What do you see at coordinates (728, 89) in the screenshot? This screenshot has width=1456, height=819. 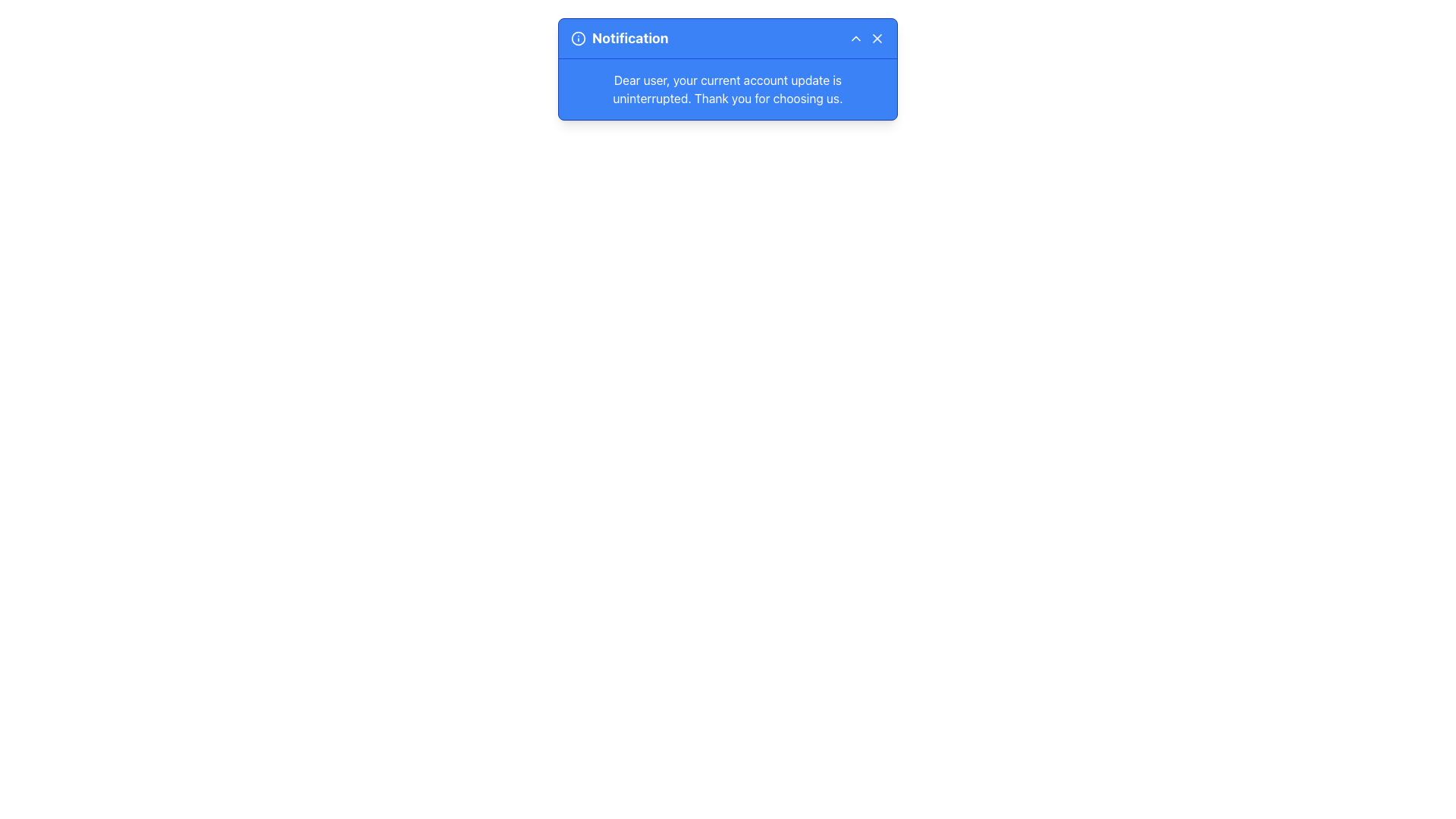 I see `the centered text block that reads 'Dear user, your current account update is uninterrupted. Thank you for choosing us.' within the blue notification box` at bounding box center [728, 89].